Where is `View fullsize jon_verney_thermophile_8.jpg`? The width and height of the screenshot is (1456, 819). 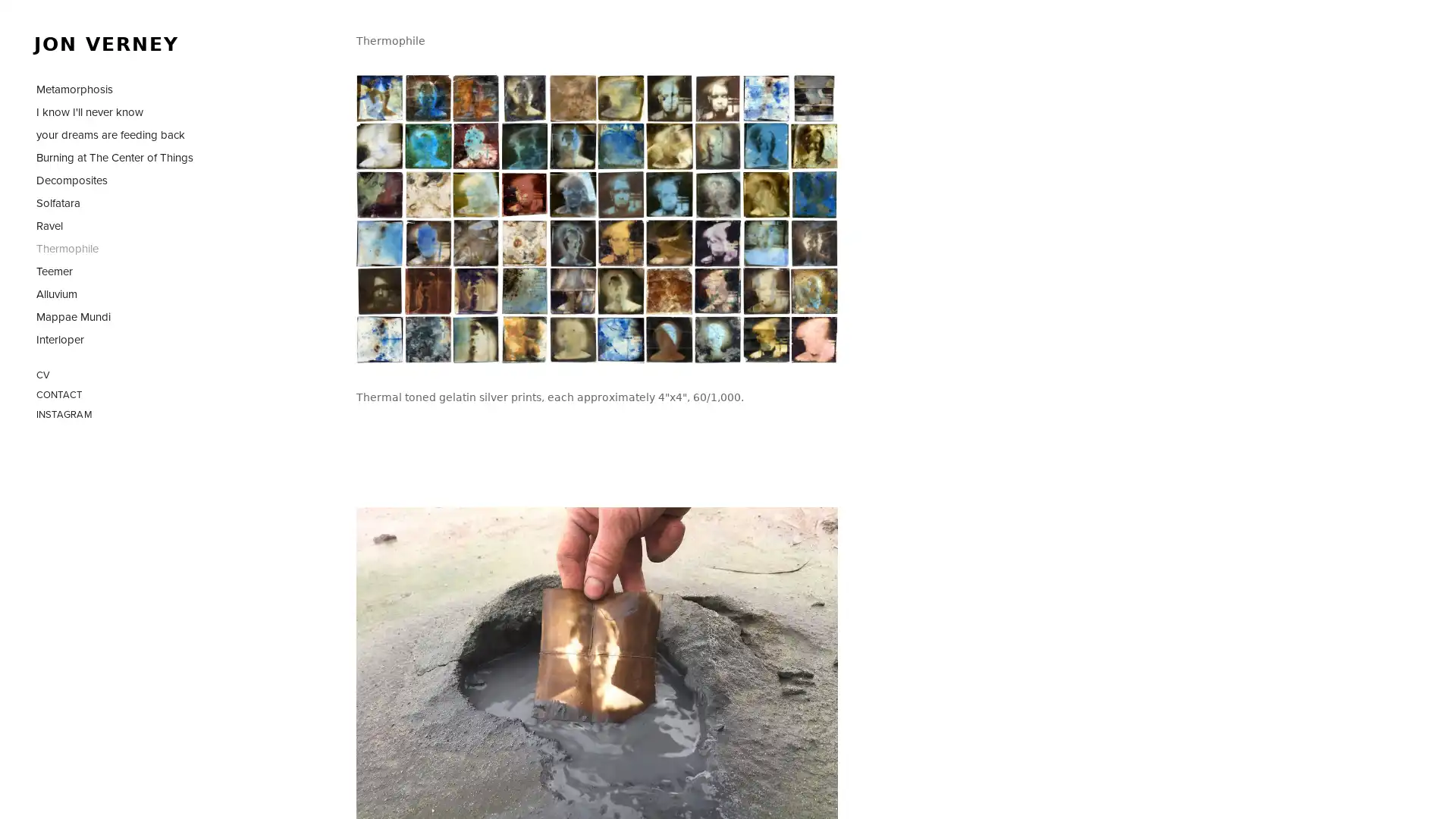 View fullsize jon_verney_thermophile_8.jpg is located at coordinates (524, 146).